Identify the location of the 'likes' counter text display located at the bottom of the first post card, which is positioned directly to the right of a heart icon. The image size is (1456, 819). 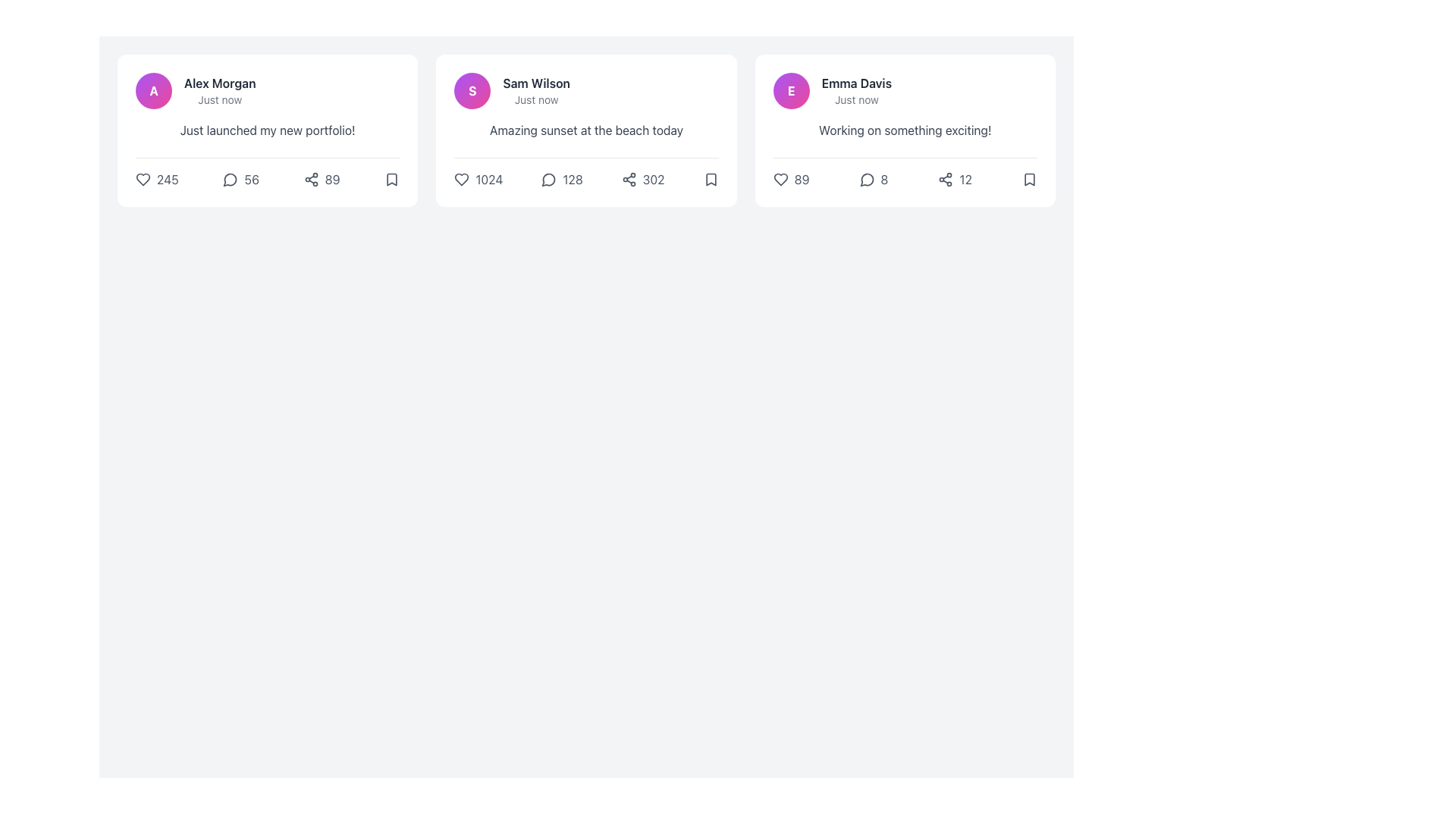
(168, 178).